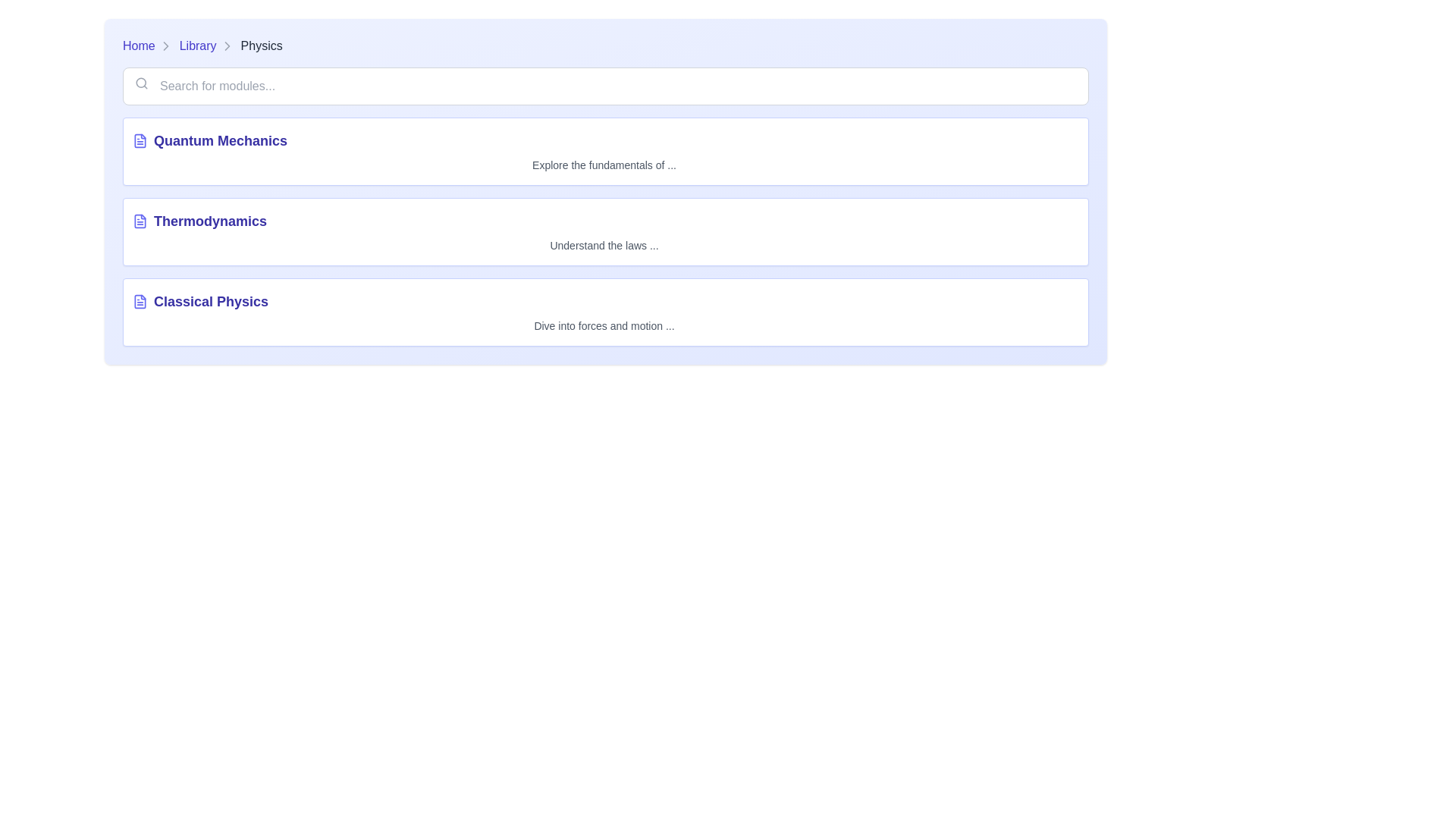 The height and width of the screenshot is (819, 1456). I want to click on the small right-pointing chevron icon in the breadcrumb navigation bar, which is adjacent to the 'Library' breadcrumb text, so click(165, 45).